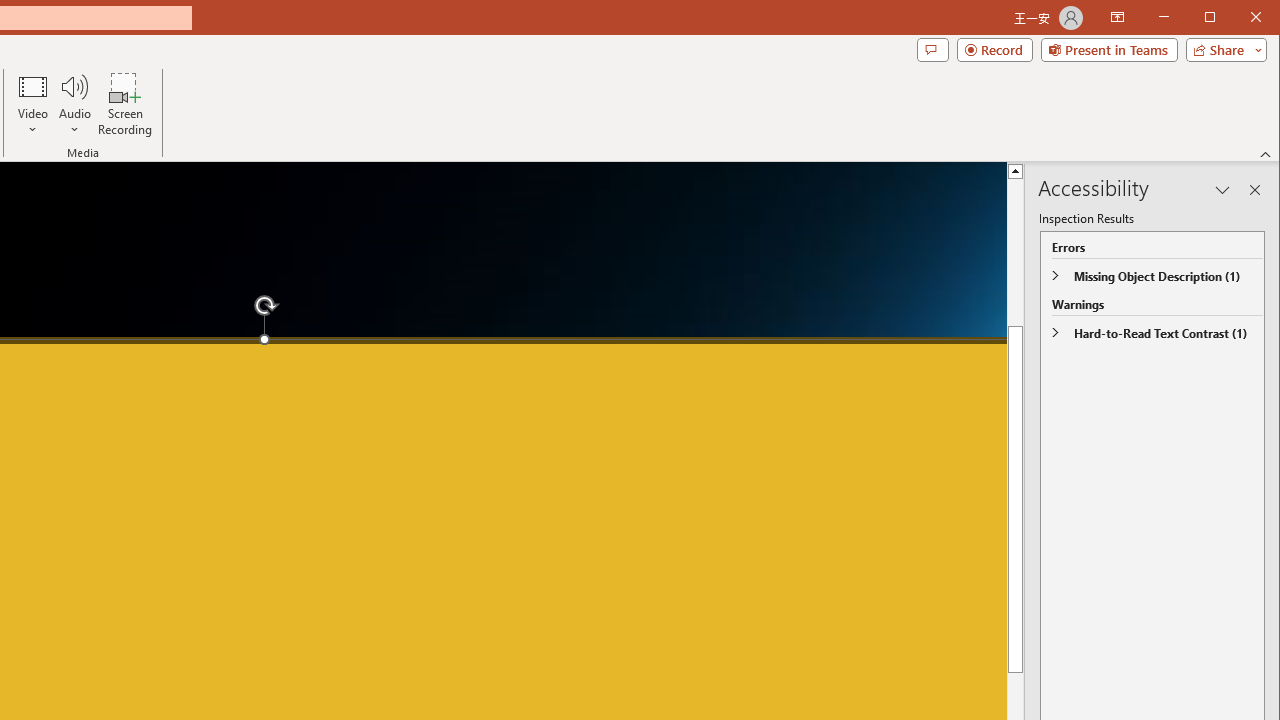 This screenshot has height=720, width=1280. What do you see at coordinates (1221, 49) in the screenshot?
I see `'Share'` at bounding box center [1221, 49].